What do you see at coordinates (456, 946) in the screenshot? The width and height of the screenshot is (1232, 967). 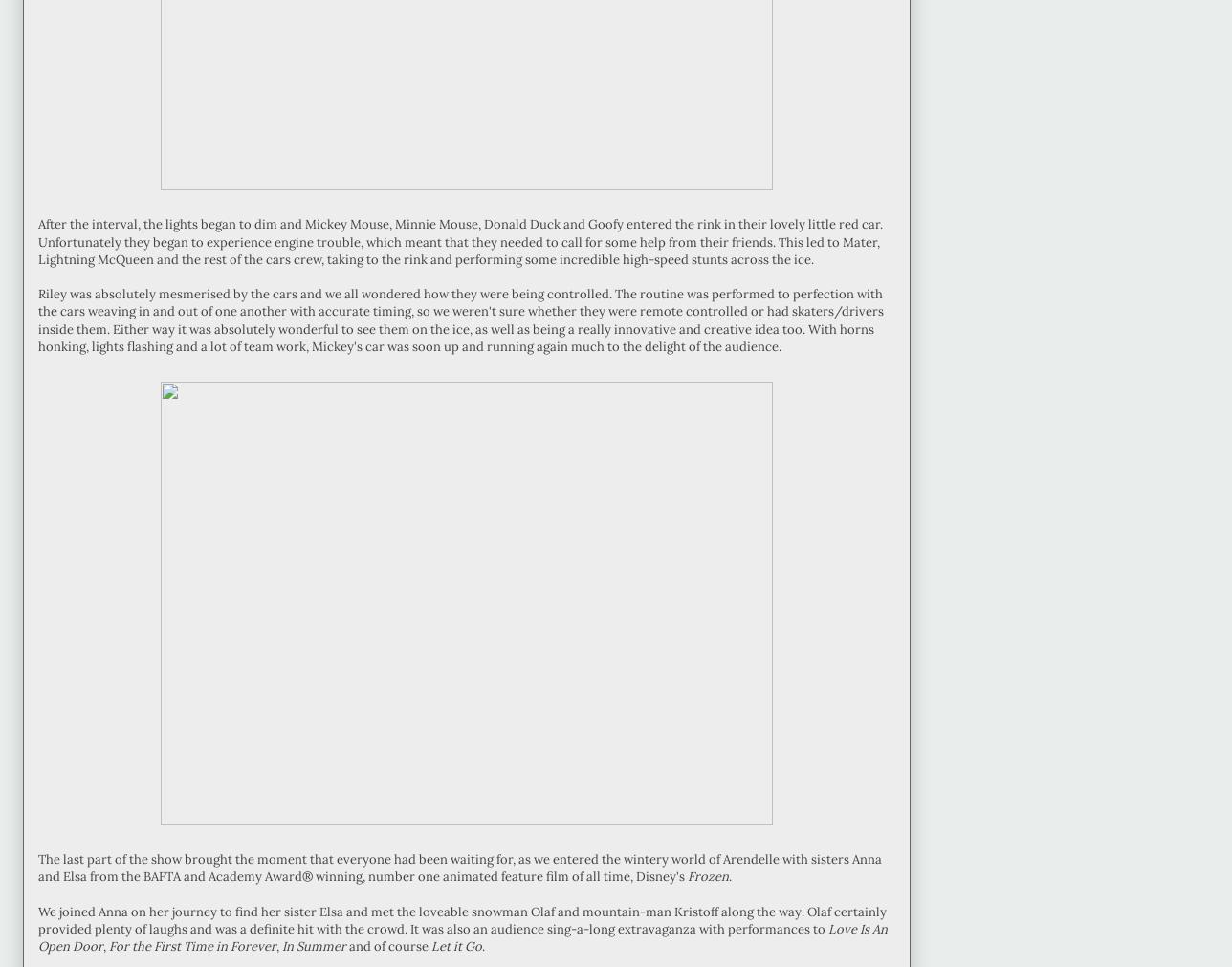 I see `'Let it Go'` at bounding box center [456, 946].